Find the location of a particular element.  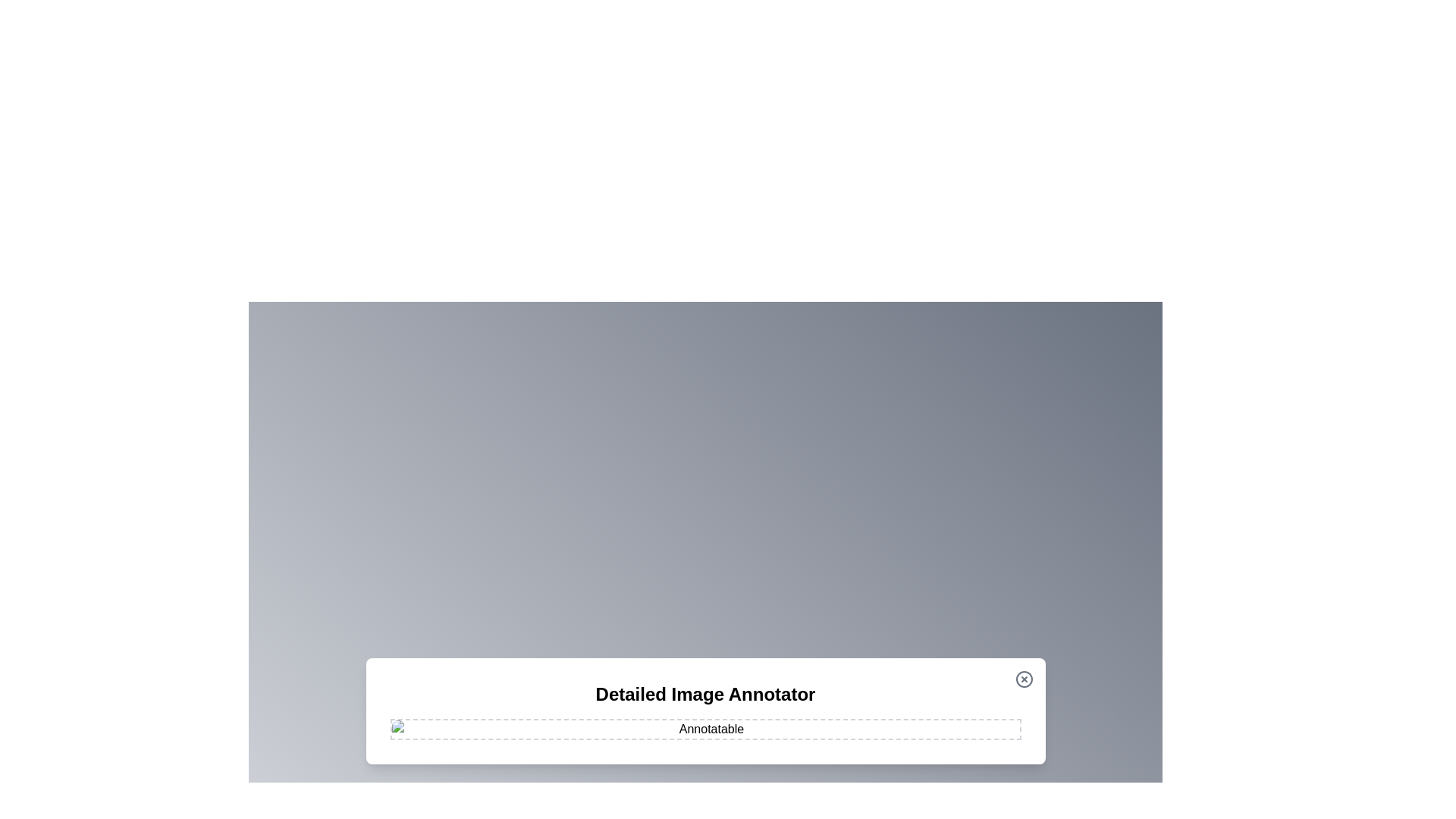

the image at coordinates (1158, 950) to add an annotation is located at coordinates (877, 719).